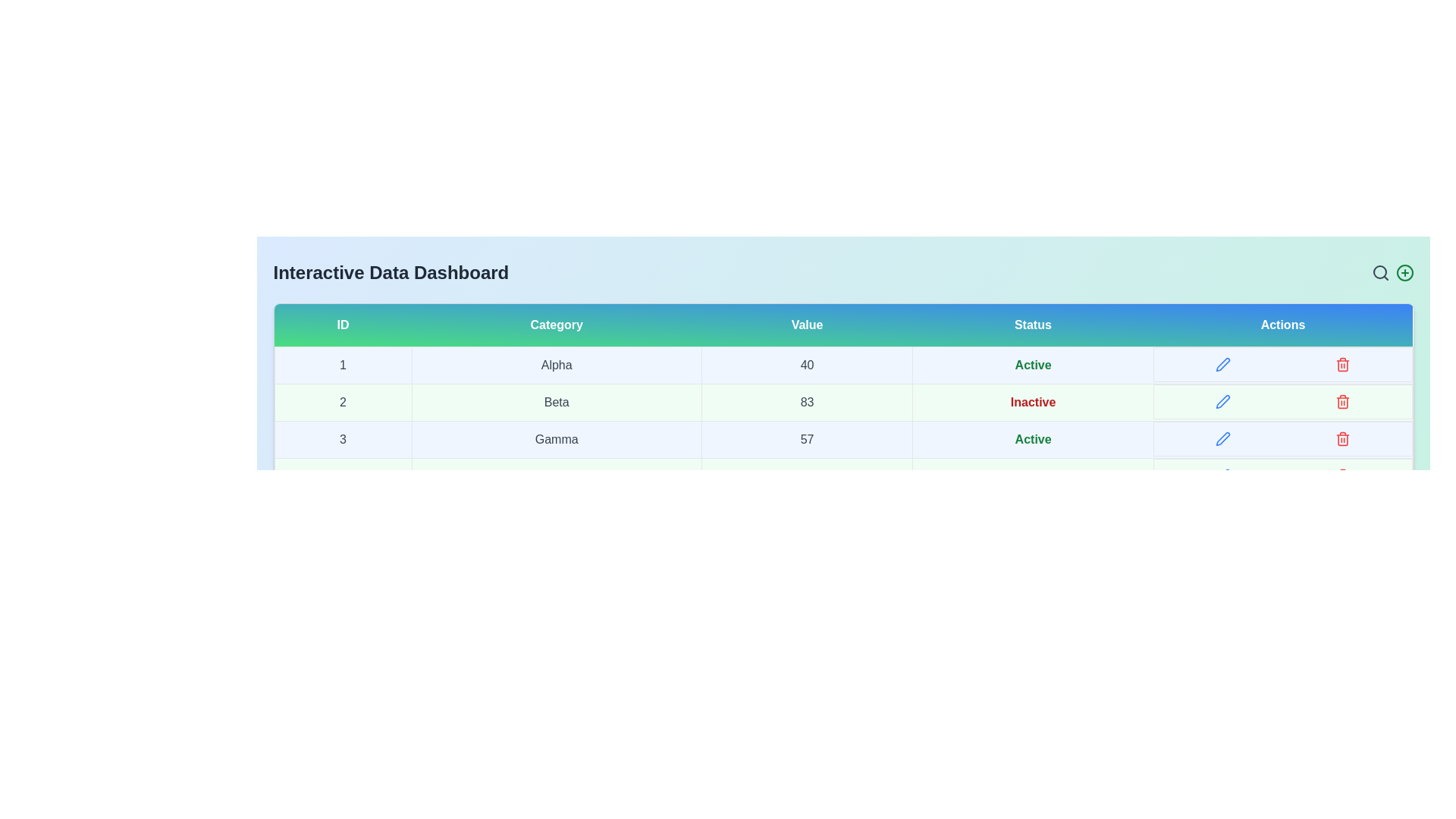 The width and height of the screenshot is (1456, 819). Describe the element at coordinates (1404, 271) in the screenshot. I see `the add icon to add new data` at that location.